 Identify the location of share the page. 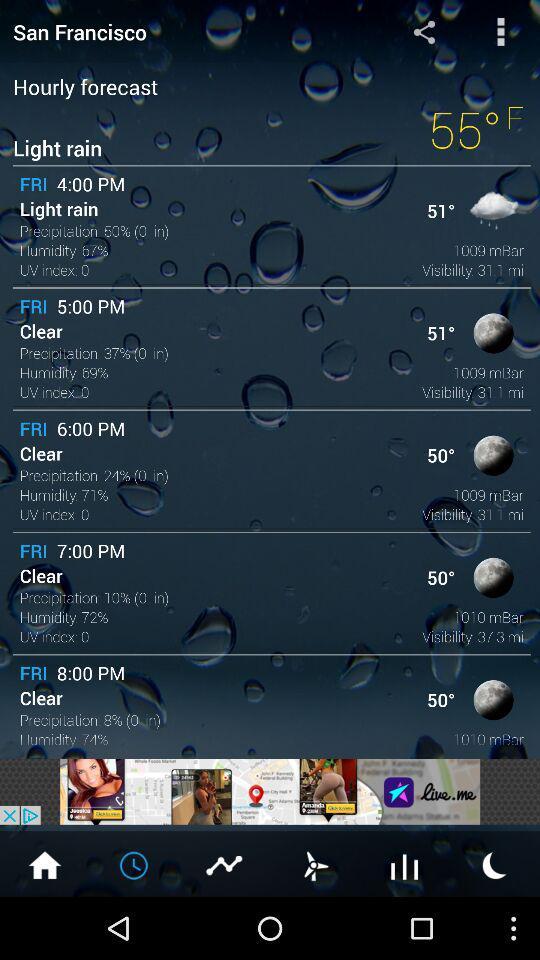
(423, 30).